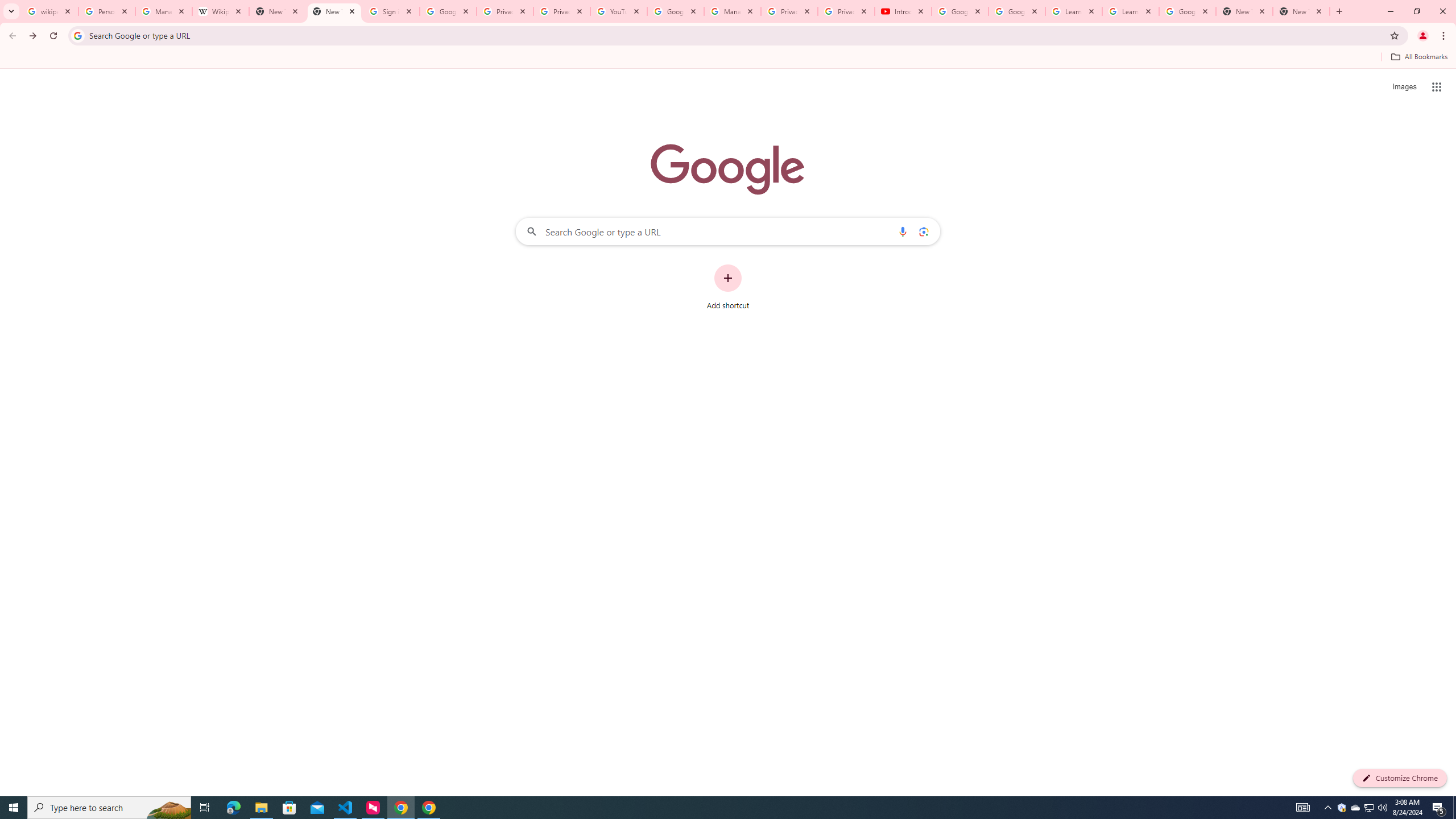 The width and height of the screenshot is (1456, 819). What do you see at coordinates (728, 230) in the screenshot?
I see `'Search Google or type a URL'` at bounding box center [728, 230].